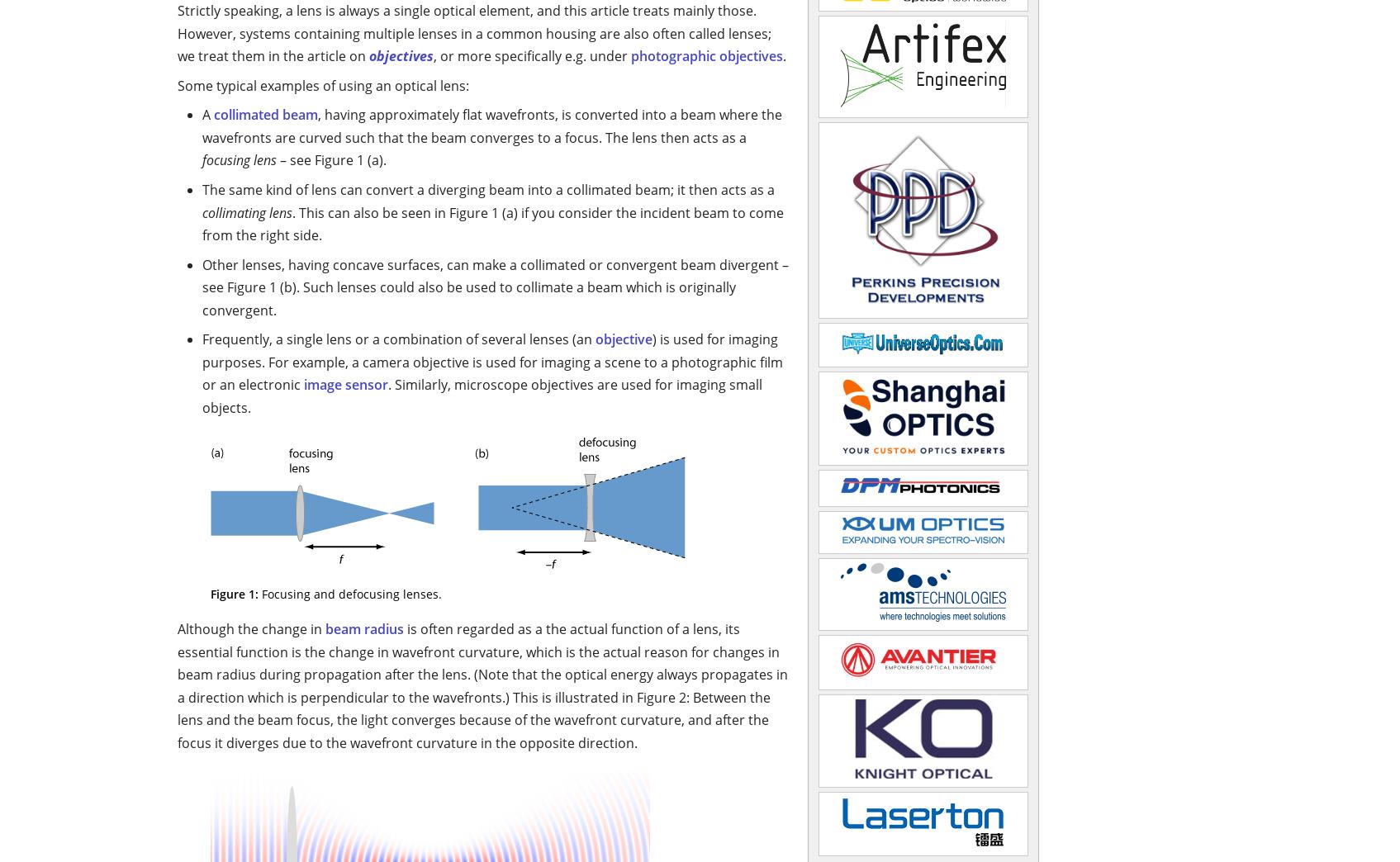 The height and width of the screenshot is (862, 1400). I want to click on 'photographic objectives', so click(705, 55).